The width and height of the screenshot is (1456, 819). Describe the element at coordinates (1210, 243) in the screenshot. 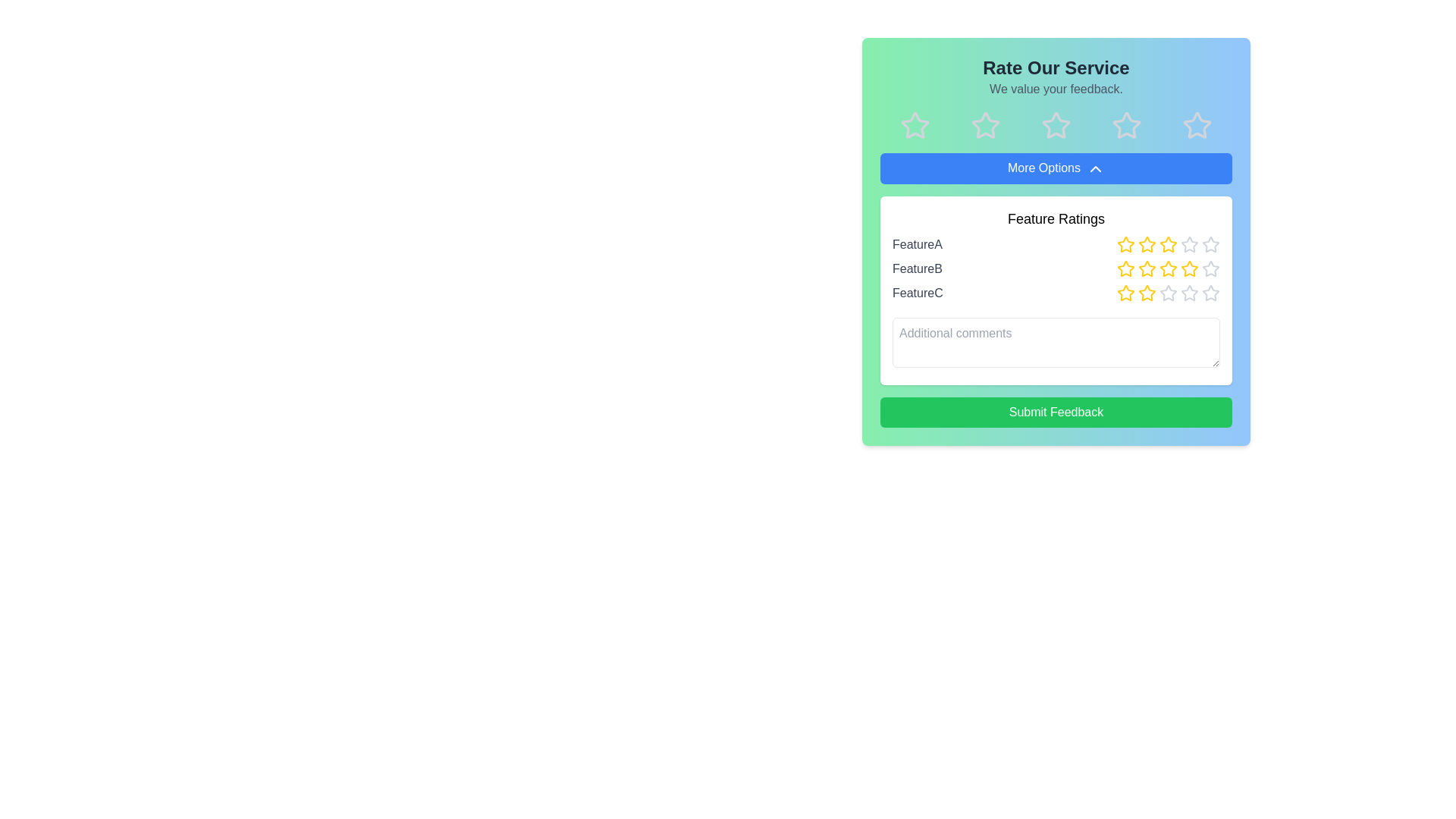

I see `the fourth star icon in the rating system` at that location.